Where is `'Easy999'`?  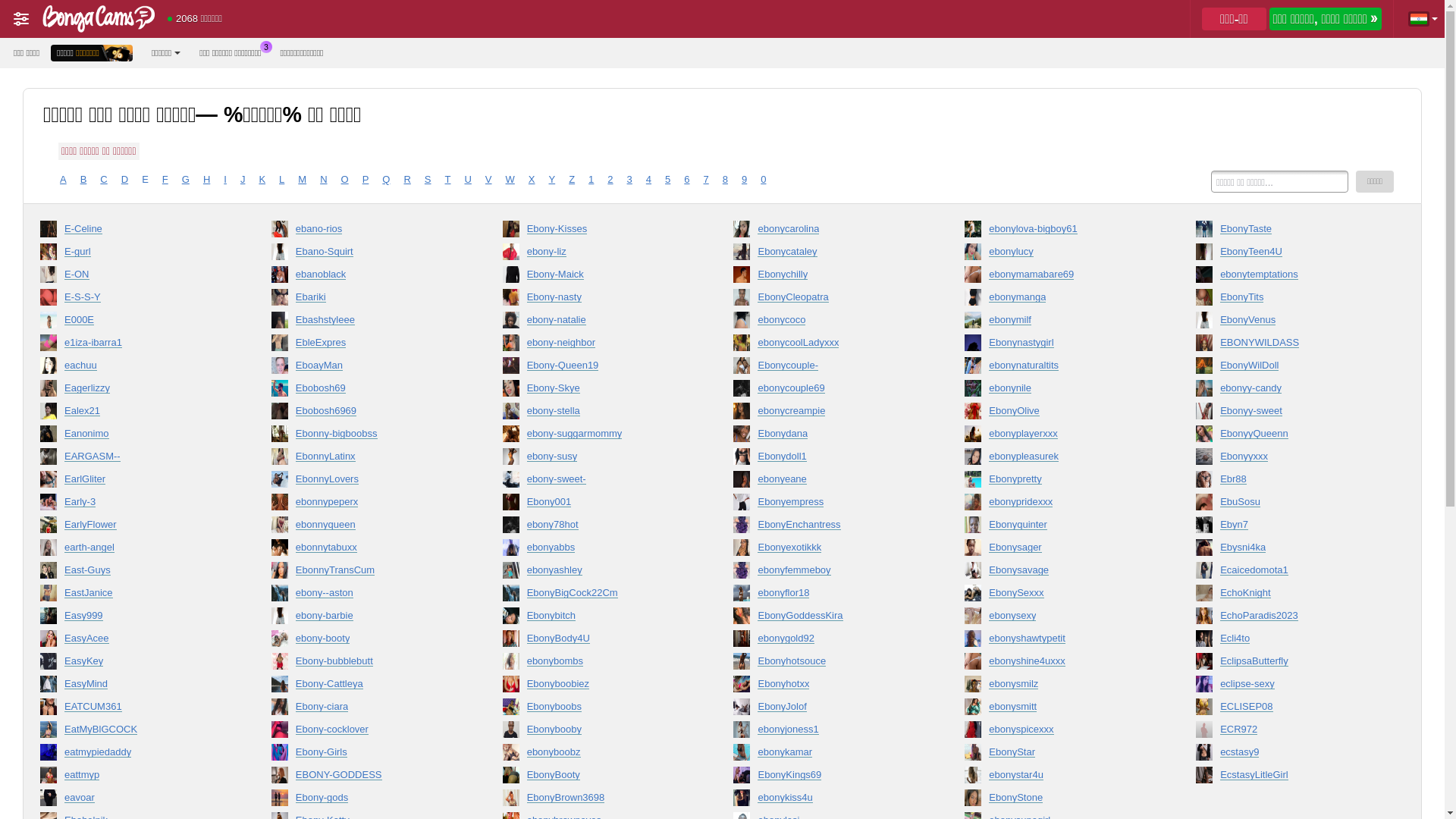
'Easy999' is located at coordinates (134, 619).